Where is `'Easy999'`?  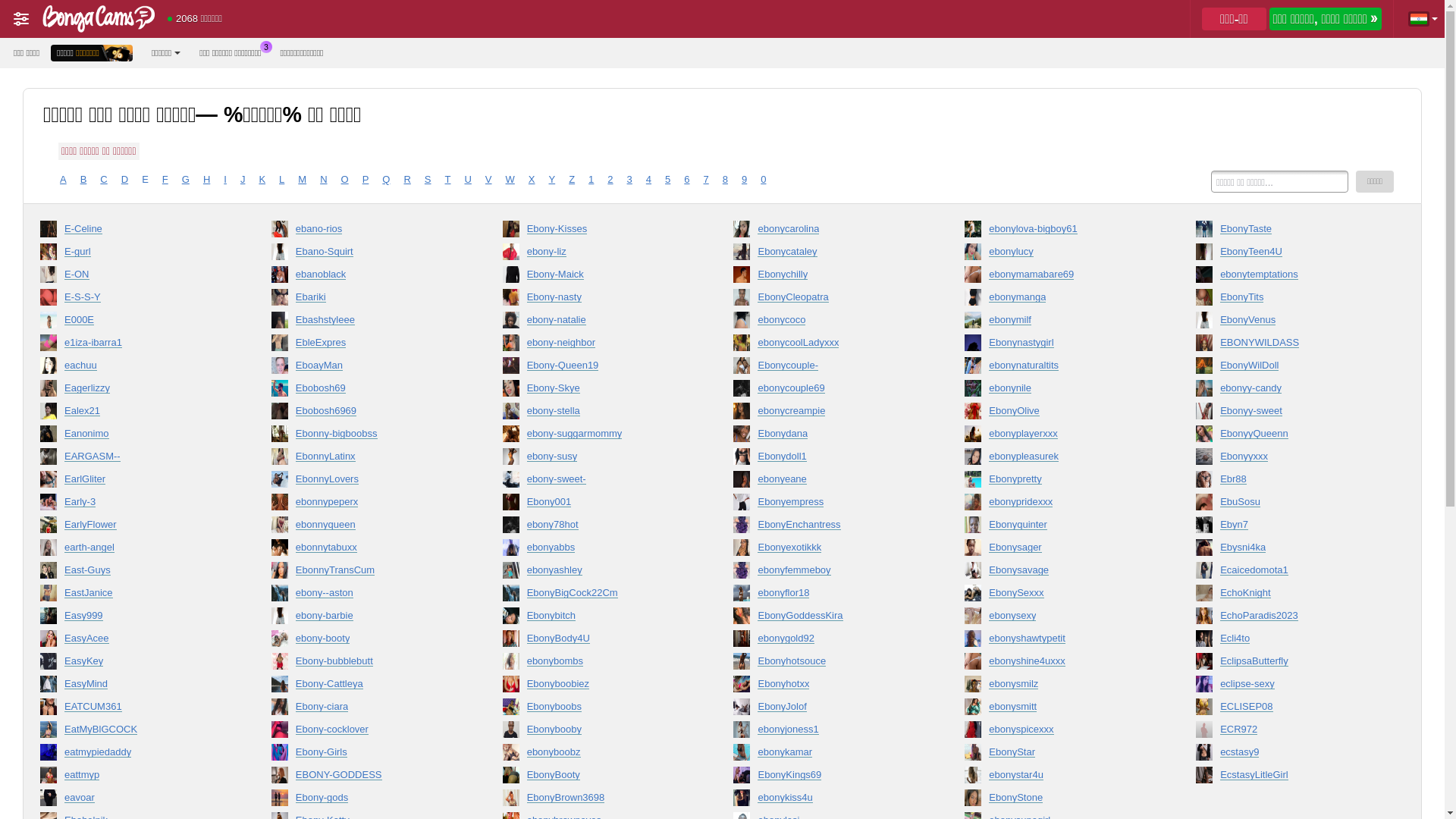
'Easy999' is located at coordinates (134, 619).